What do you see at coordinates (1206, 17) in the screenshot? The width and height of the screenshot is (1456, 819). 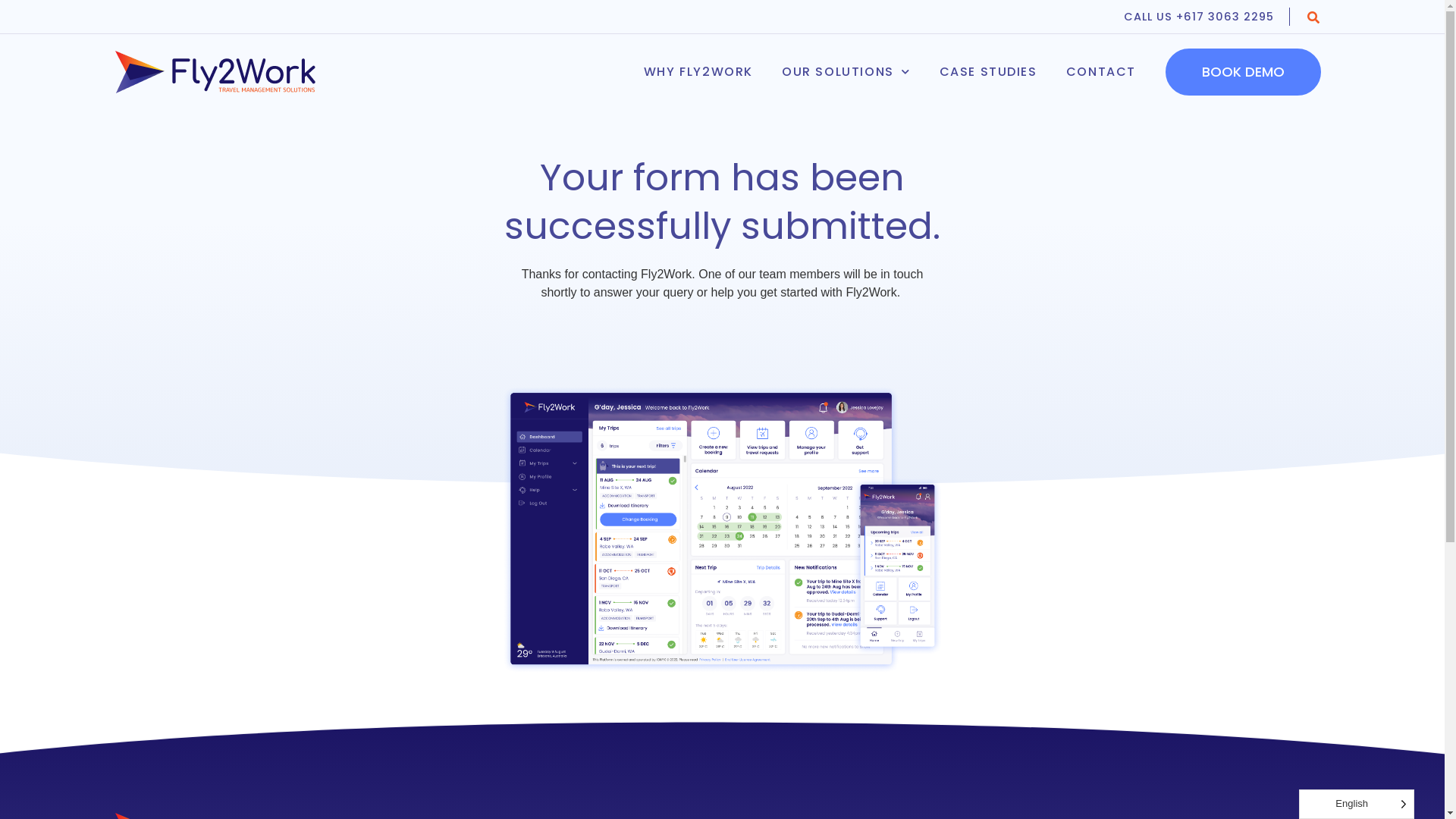 I see `'CALL US +617 3063 2295'` at bounding box center [1206, 17].